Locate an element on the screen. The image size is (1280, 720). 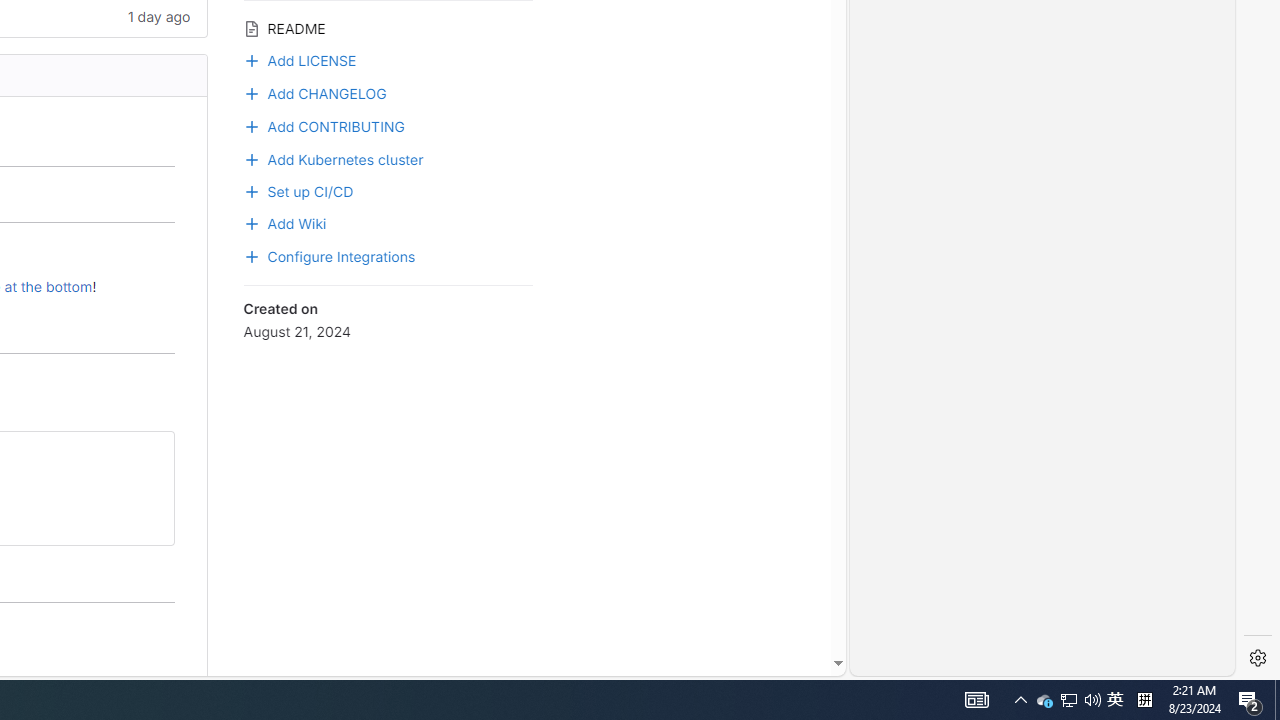
'Class: s16 icon gl-mr-3 gl-text-gray-500' is located at coordinates (250, 28).